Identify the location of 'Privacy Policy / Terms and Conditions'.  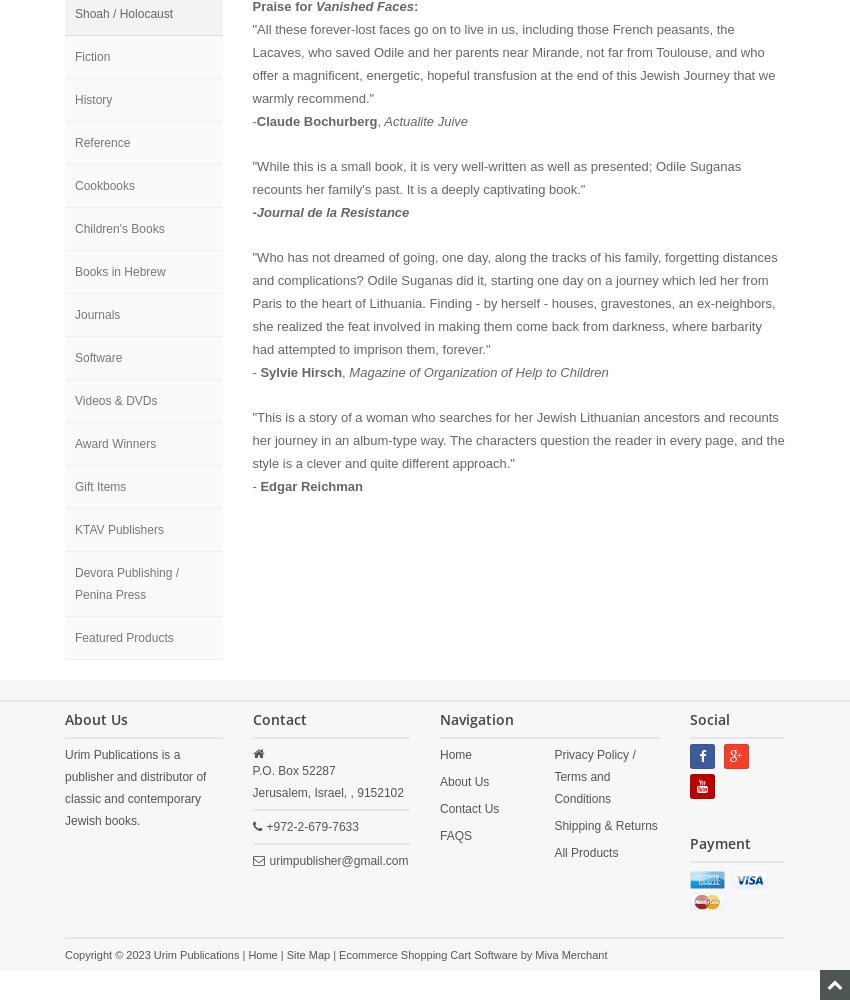
(594, 777).